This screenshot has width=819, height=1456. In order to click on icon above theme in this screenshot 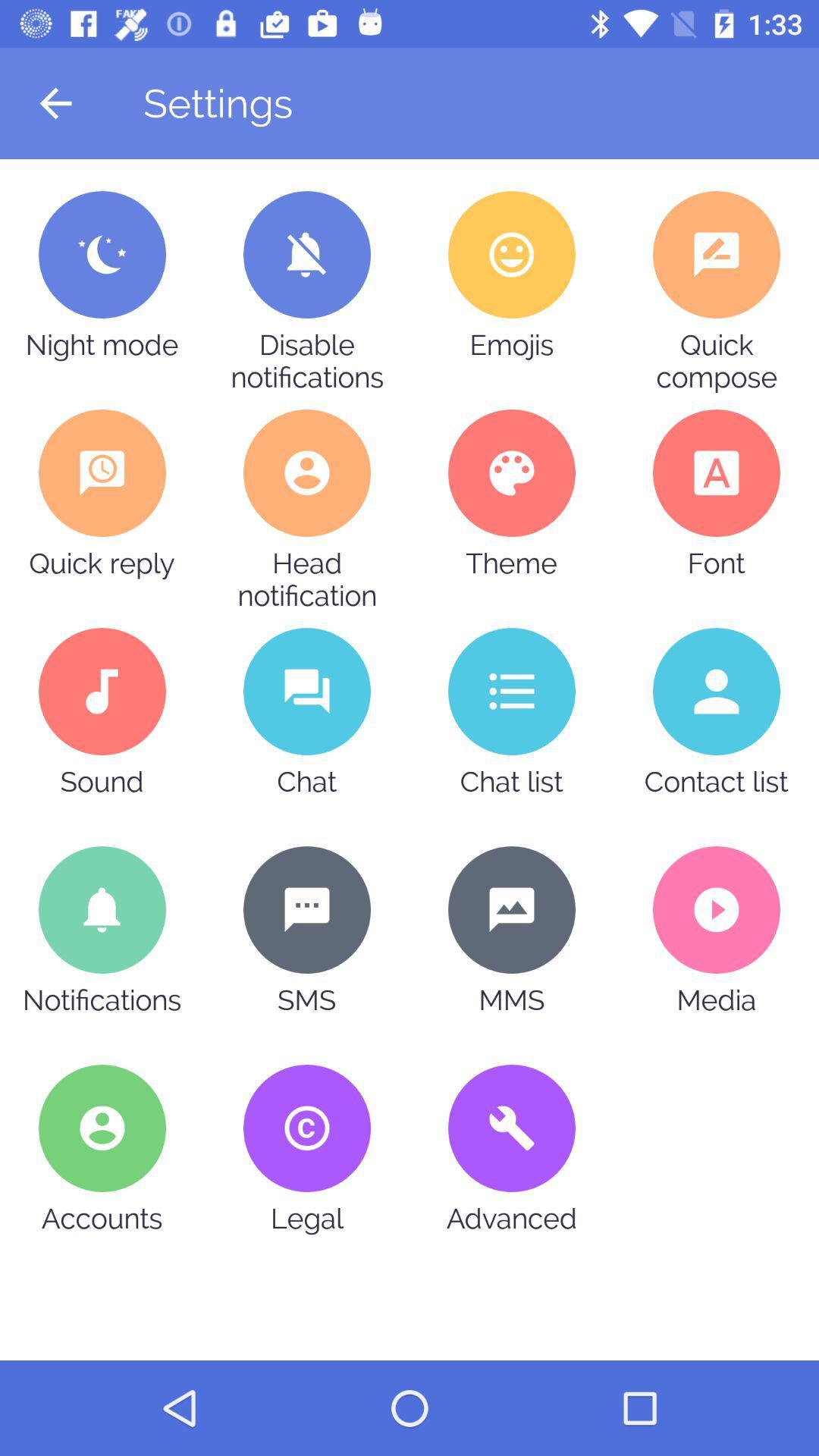, I will do `click(512, 472)`.